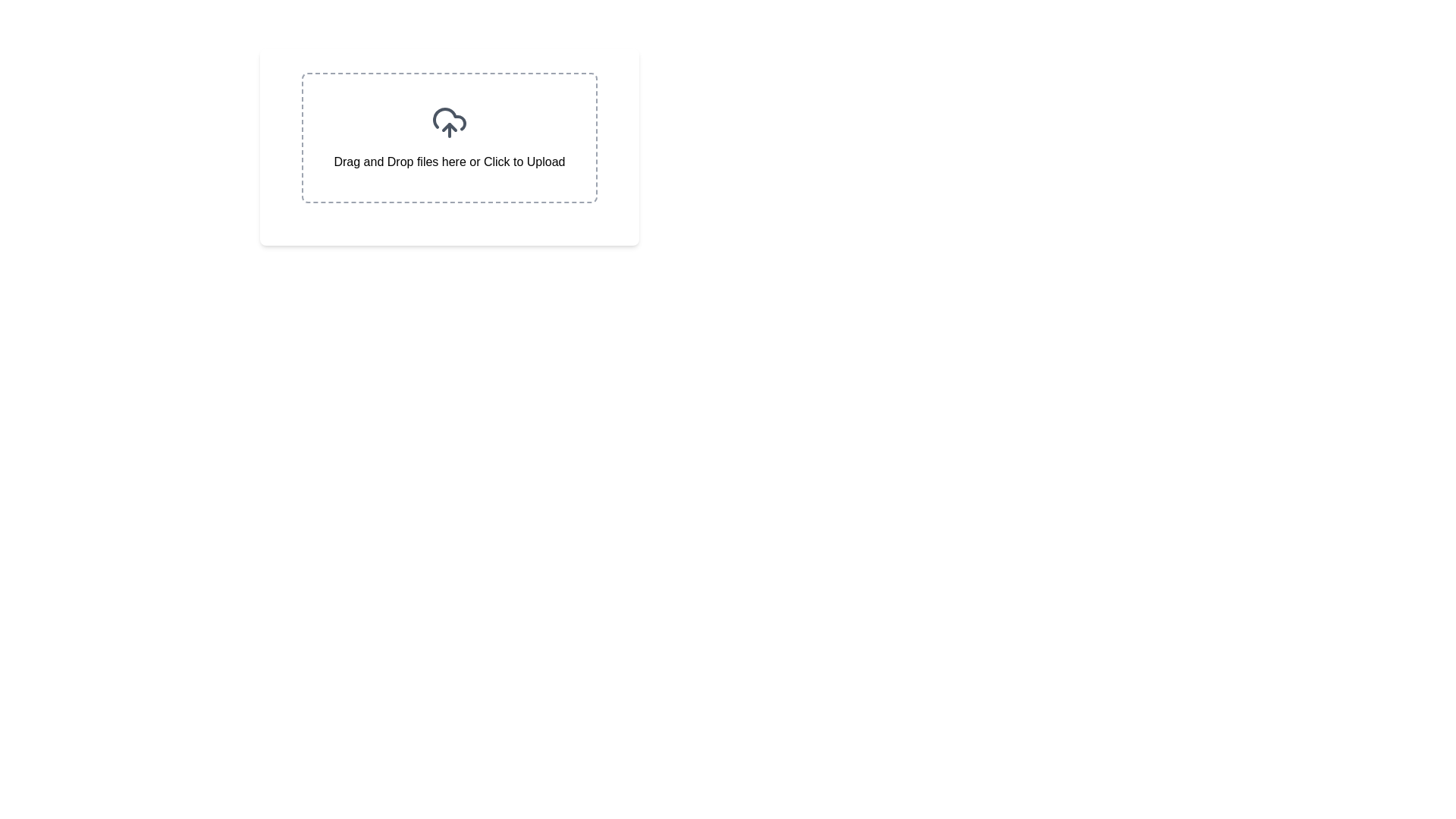 This screenshot has height=819, width=1456. I want to click on the small, upward-pointing arrow within the cloud upload icon, which is styled with a dark fill and is located at the bottom center of the cloud shape, so click(449, 127).